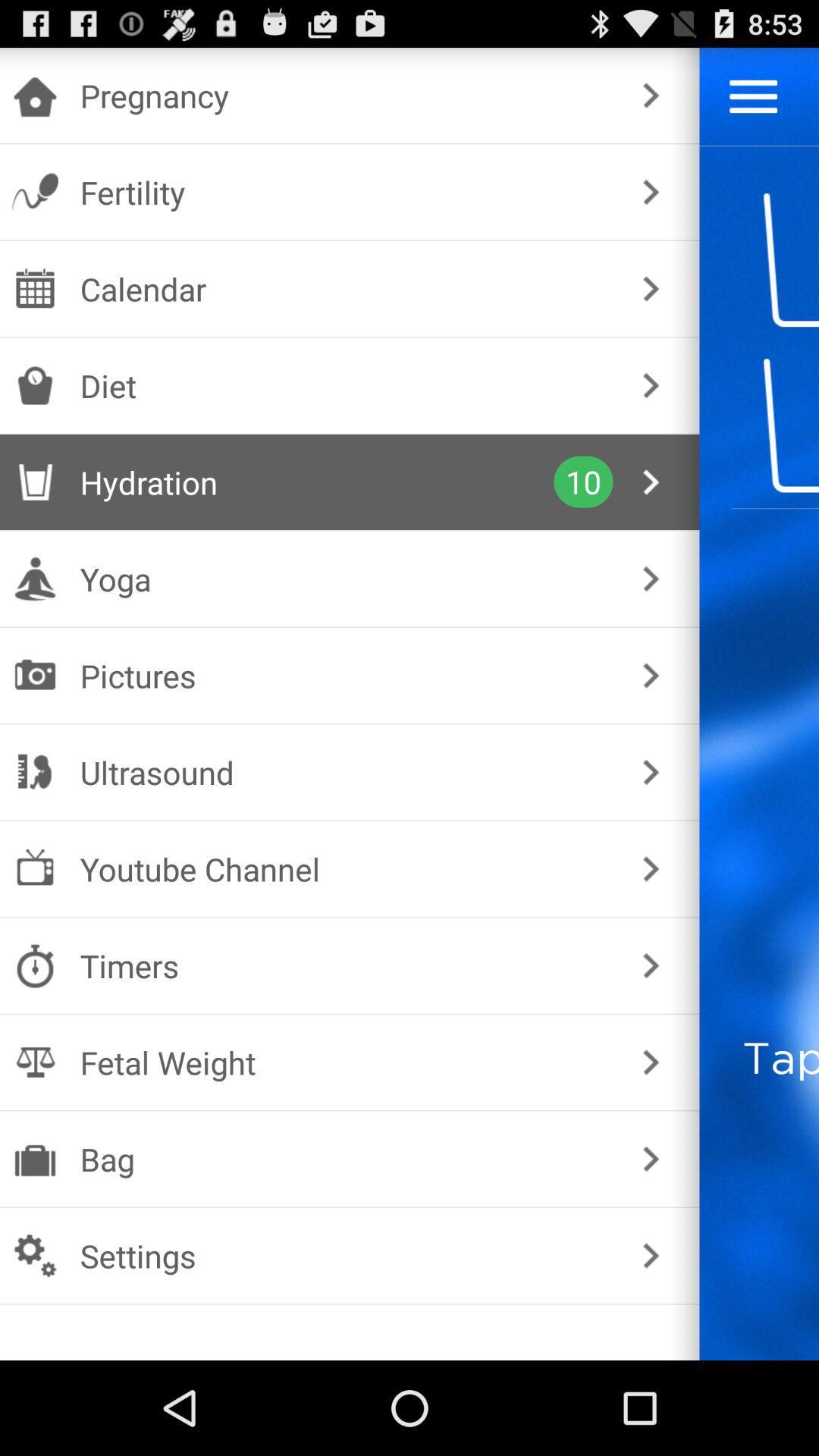 This screenshot has height=1456, width=819. What do you see at coordinates (347, 1158) in the screenshot?
I see `bag checkbox` at bounding box center [347, 1158].